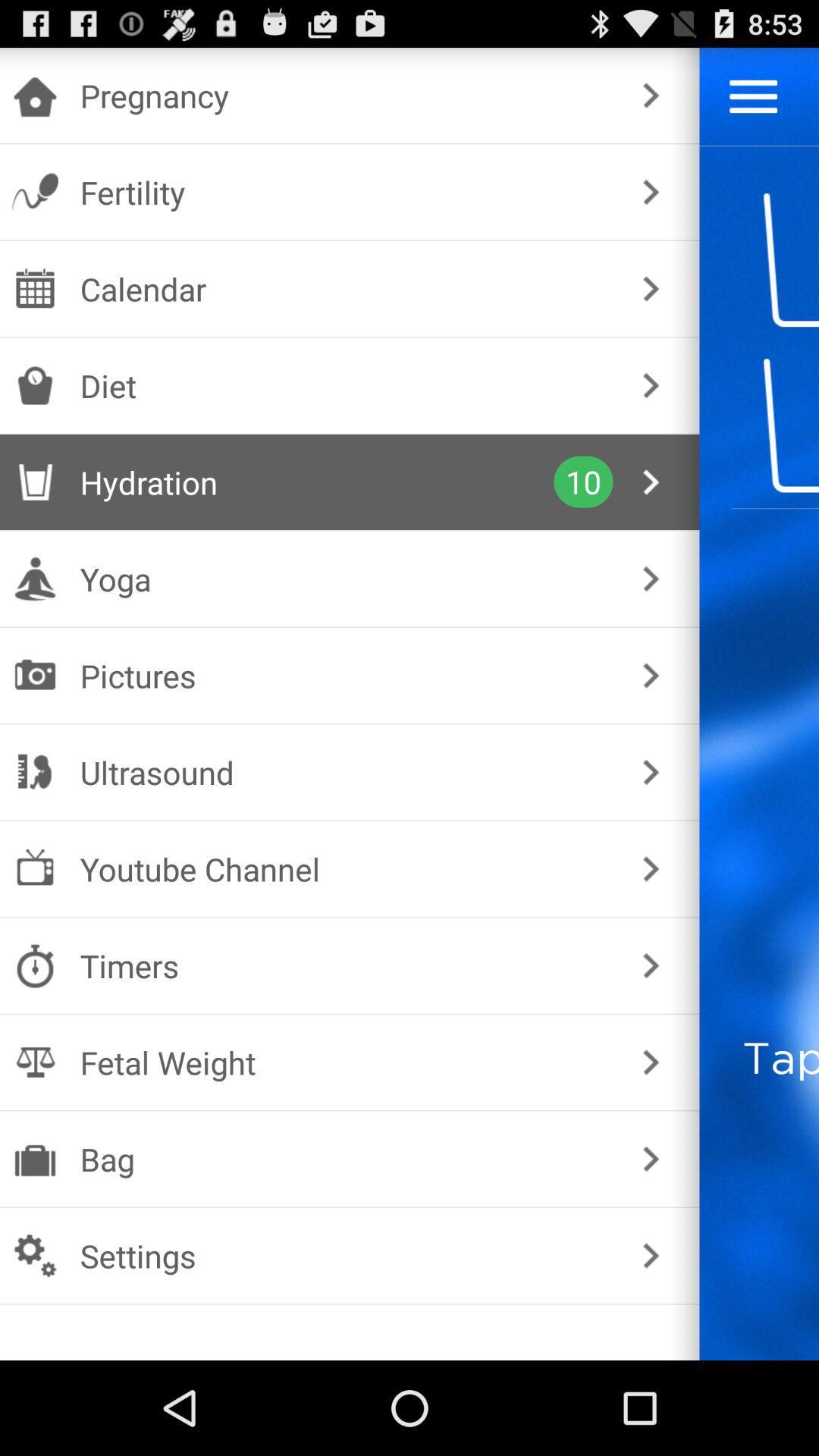 This screenshot has height=1456, width=819. What do you see at coordinates (347, 1158) in the screenshot?
I see `bag checkbox` at bounding box center [347, 1158].